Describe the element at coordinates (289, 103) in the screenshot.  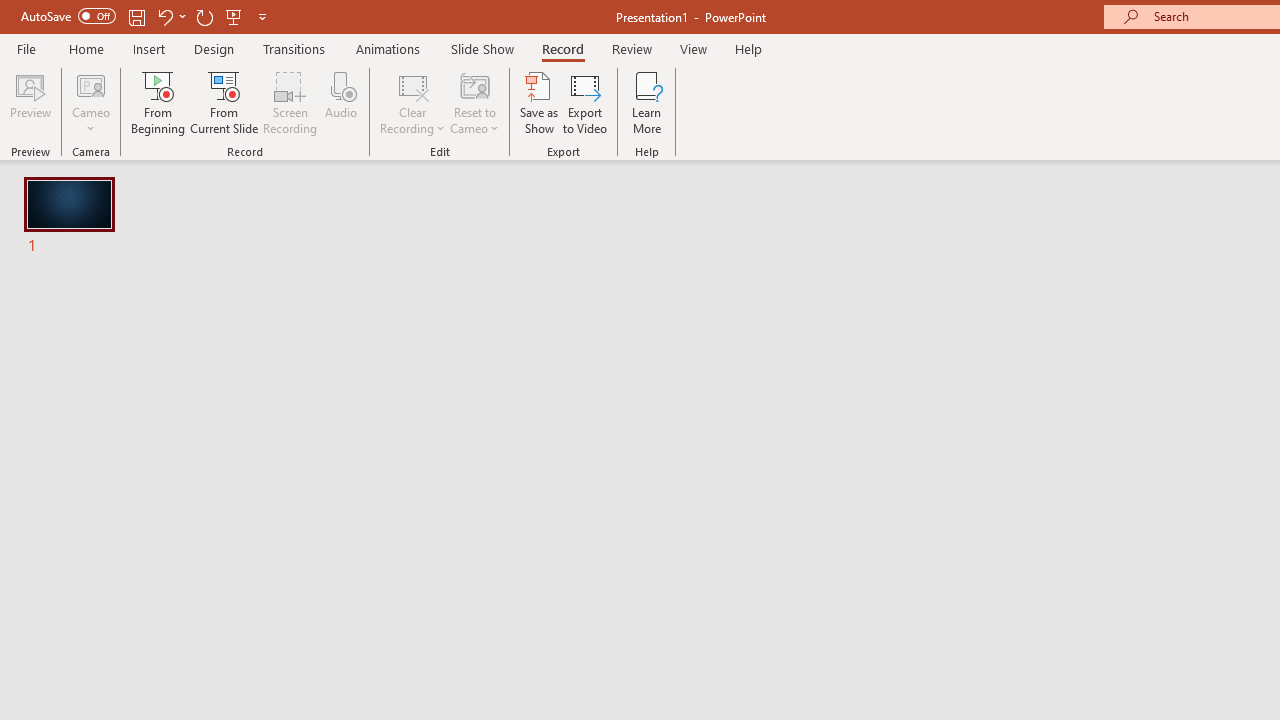
I see `'Screen Recording'` at that location.